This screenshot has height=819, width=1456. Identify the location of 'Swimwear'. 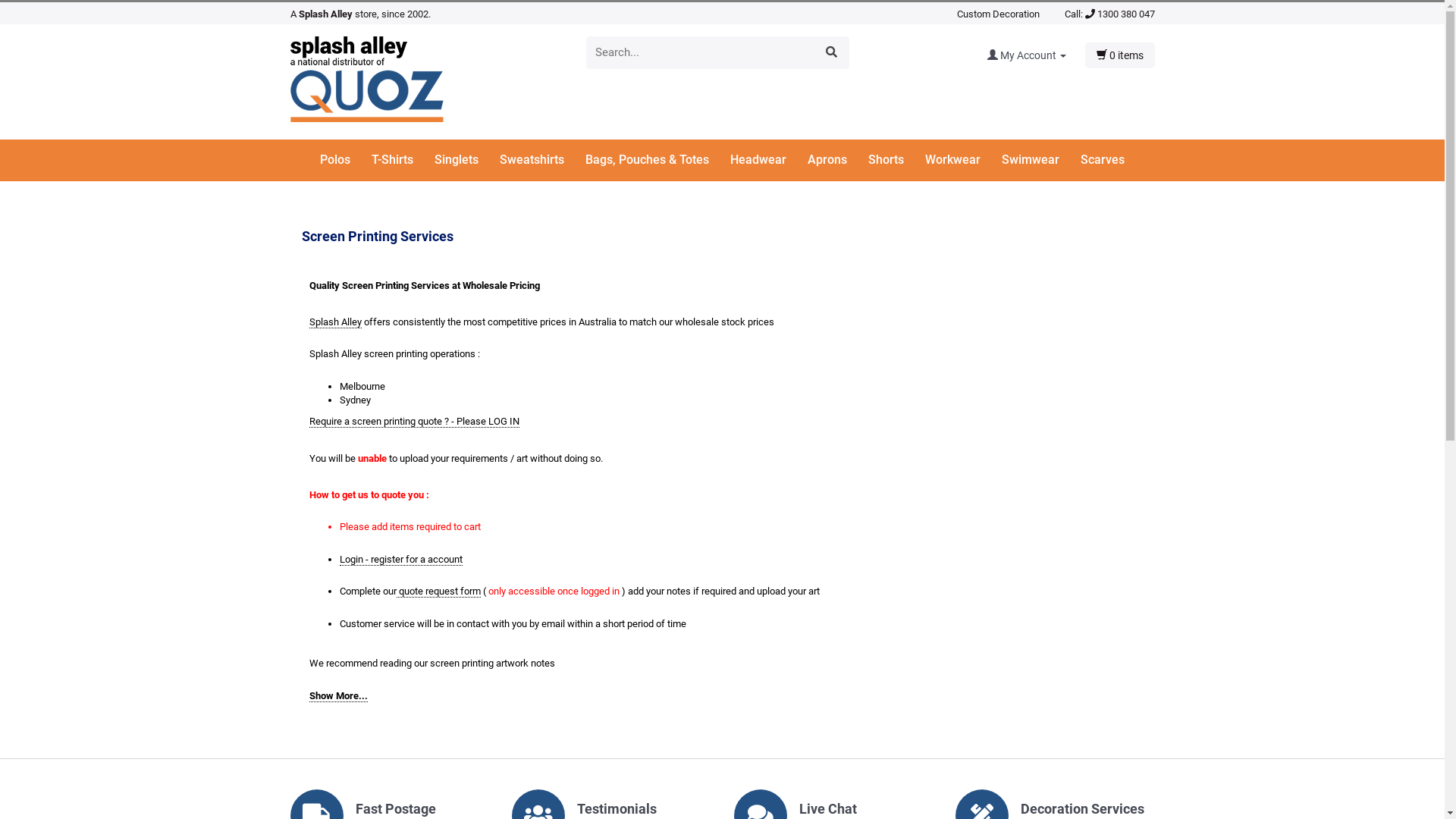
(1039, 160).